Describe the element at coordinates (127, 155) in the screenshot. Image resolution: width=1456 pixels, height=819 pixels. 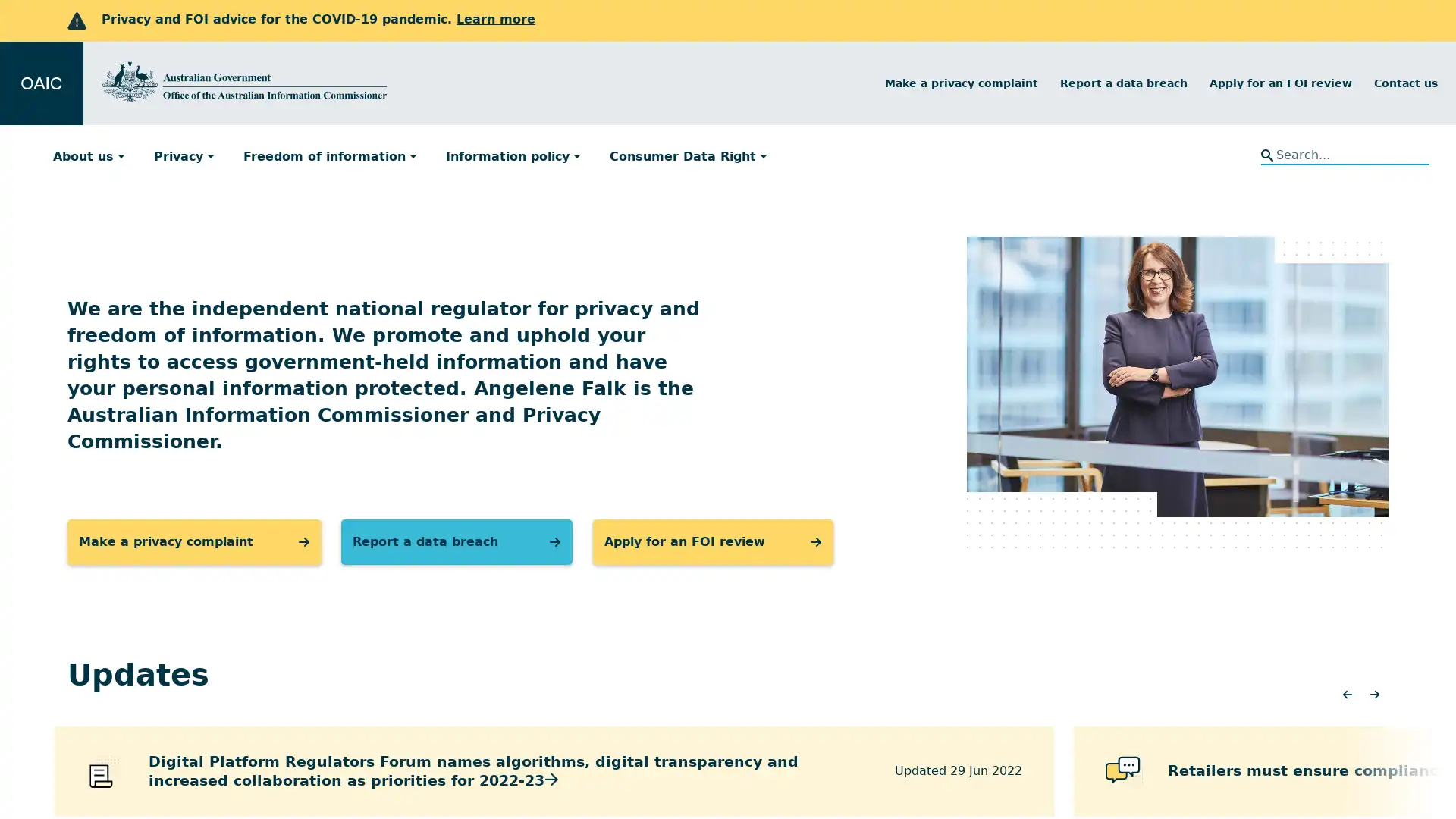
I see `Open sub menu for About us` at that location.